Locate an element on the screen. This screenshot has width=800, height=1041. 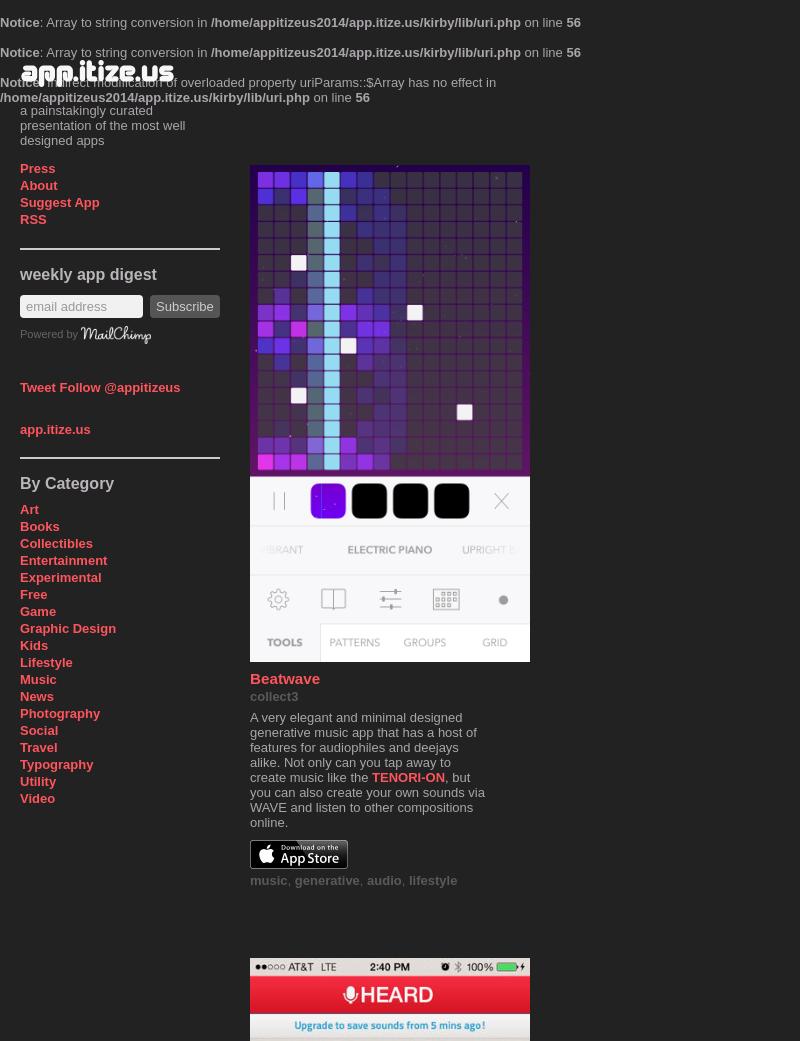
'Beatwave' is located at coordinates (285, 677).